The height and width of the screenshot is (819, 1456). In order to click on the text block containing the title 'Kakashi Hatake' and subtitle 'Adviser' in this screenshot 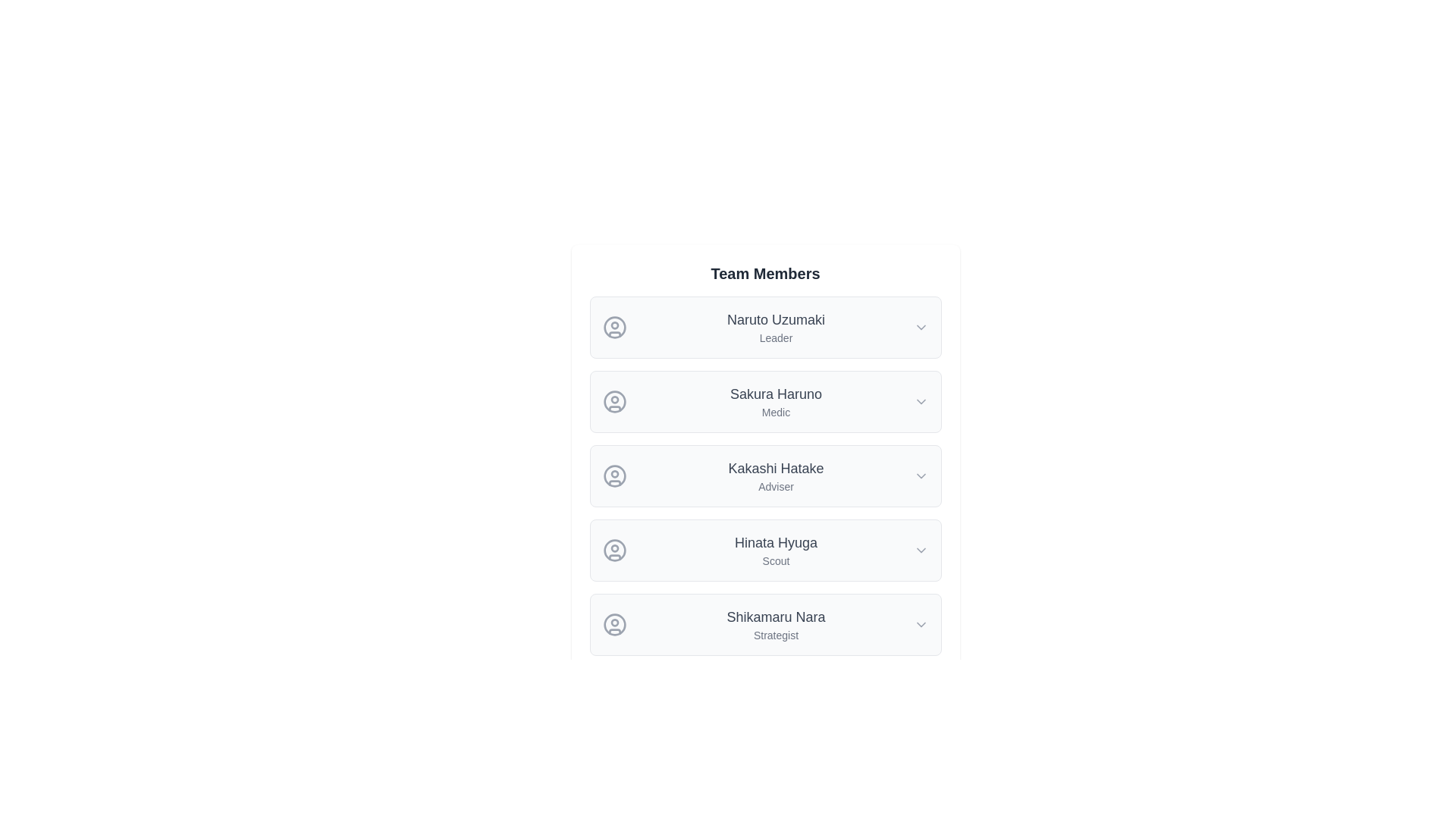, I will do `click(776, 475)`.